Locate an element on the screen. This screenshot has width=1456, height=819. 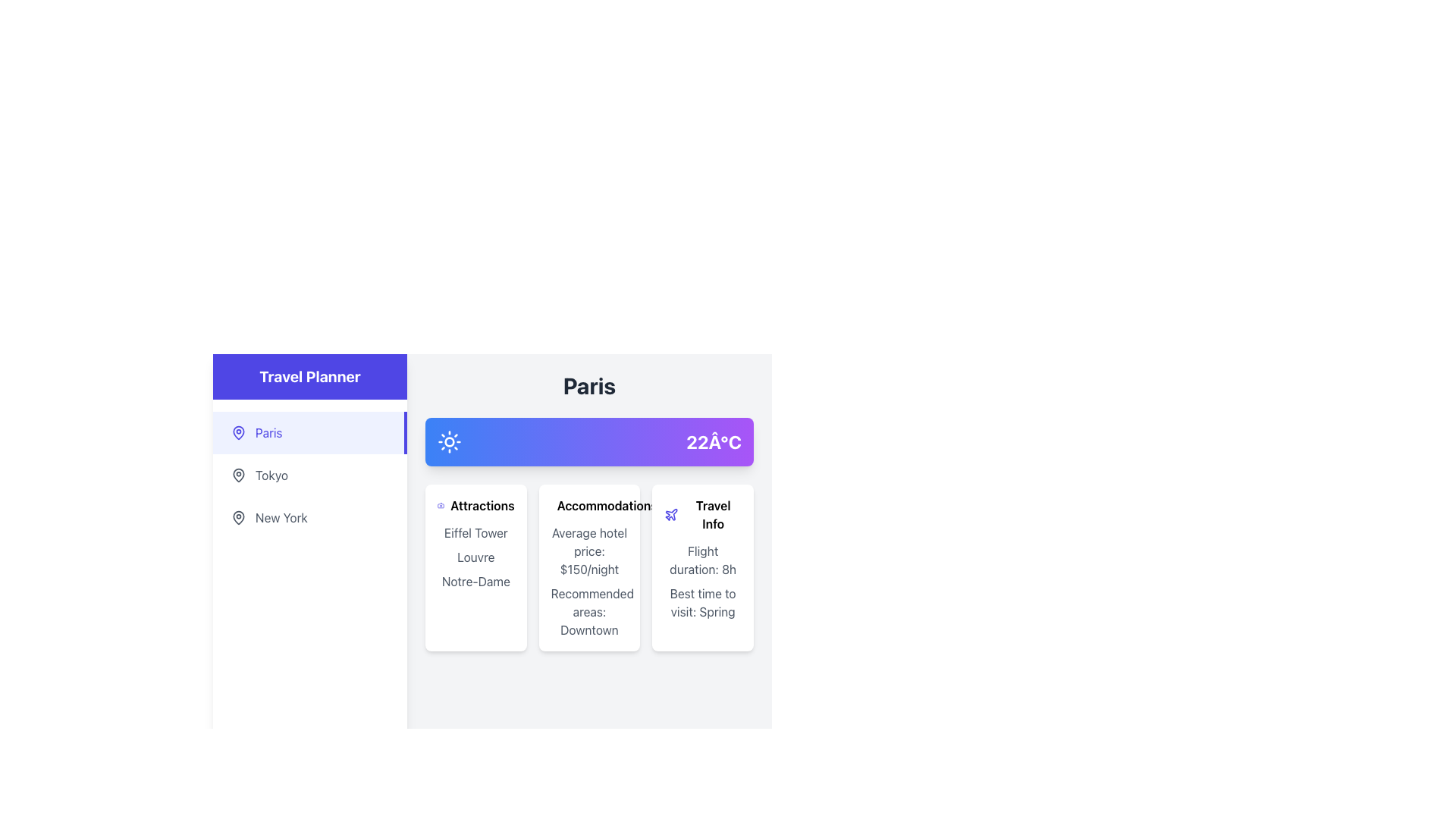
the text fragment displaying 'Notre-Dame' in gray color, which is the third item in the vertical list within the 'Attractions' card is located at coordinates (475, 581).